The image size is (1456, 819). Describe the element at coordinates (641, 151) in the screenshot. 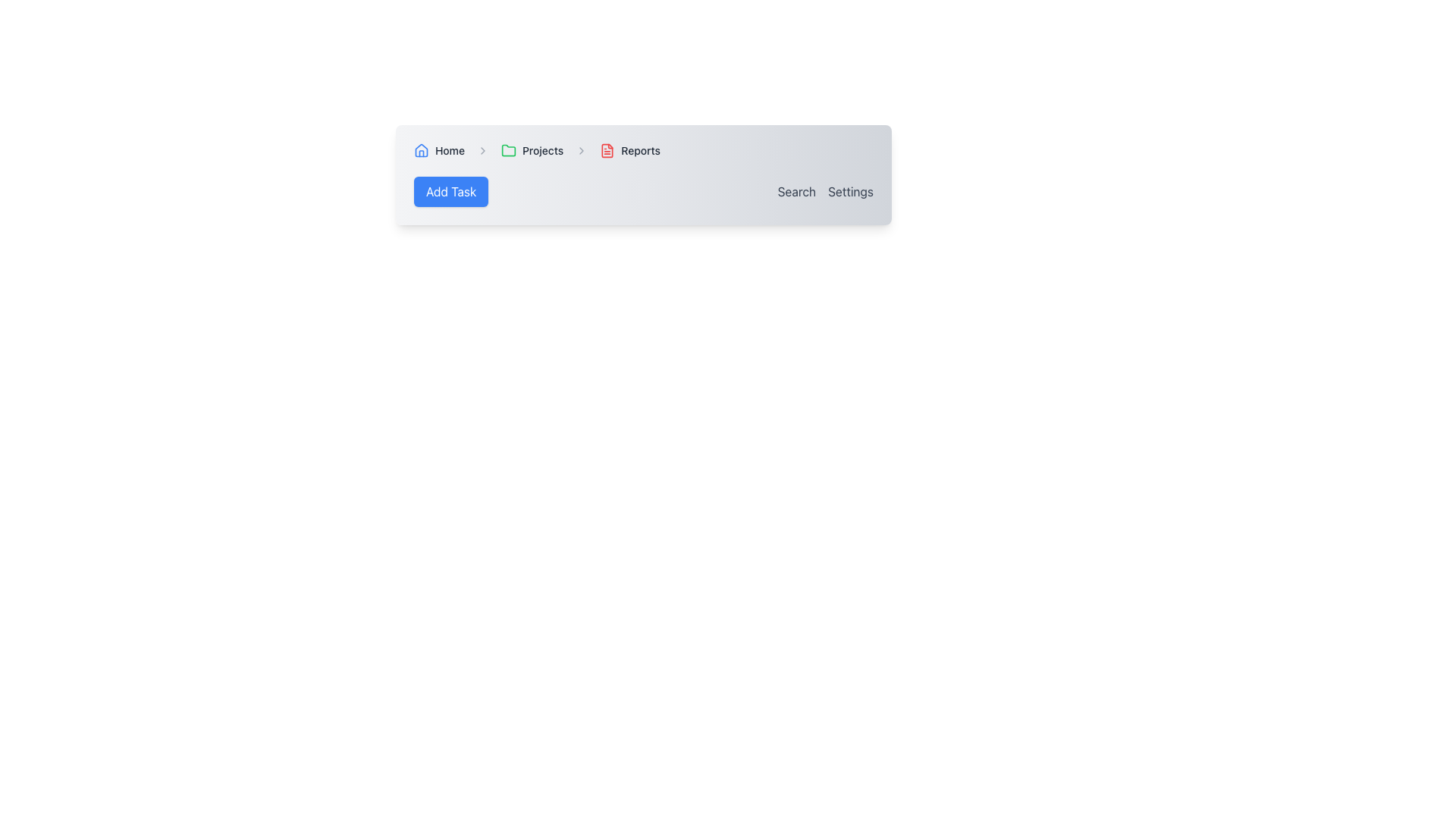

I see `the 'Reports' text label in the top navigation bar, which is styled in dark gray and follows 'Home' and 'Projects'` at that location.